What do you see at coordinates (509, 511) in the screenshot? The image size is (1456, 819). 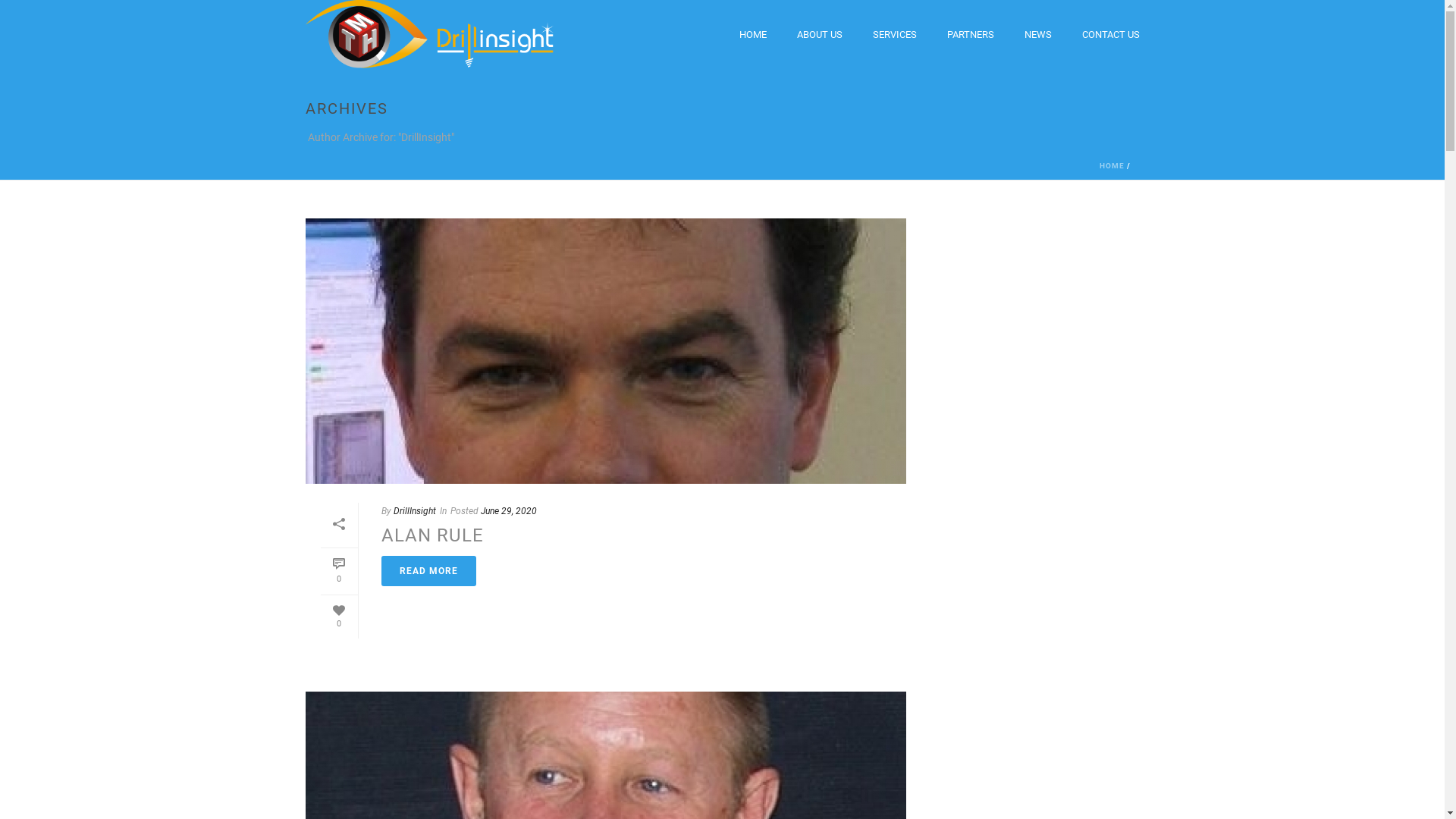 I see `'June 29, 2020'` at bounding box center [509, 511].